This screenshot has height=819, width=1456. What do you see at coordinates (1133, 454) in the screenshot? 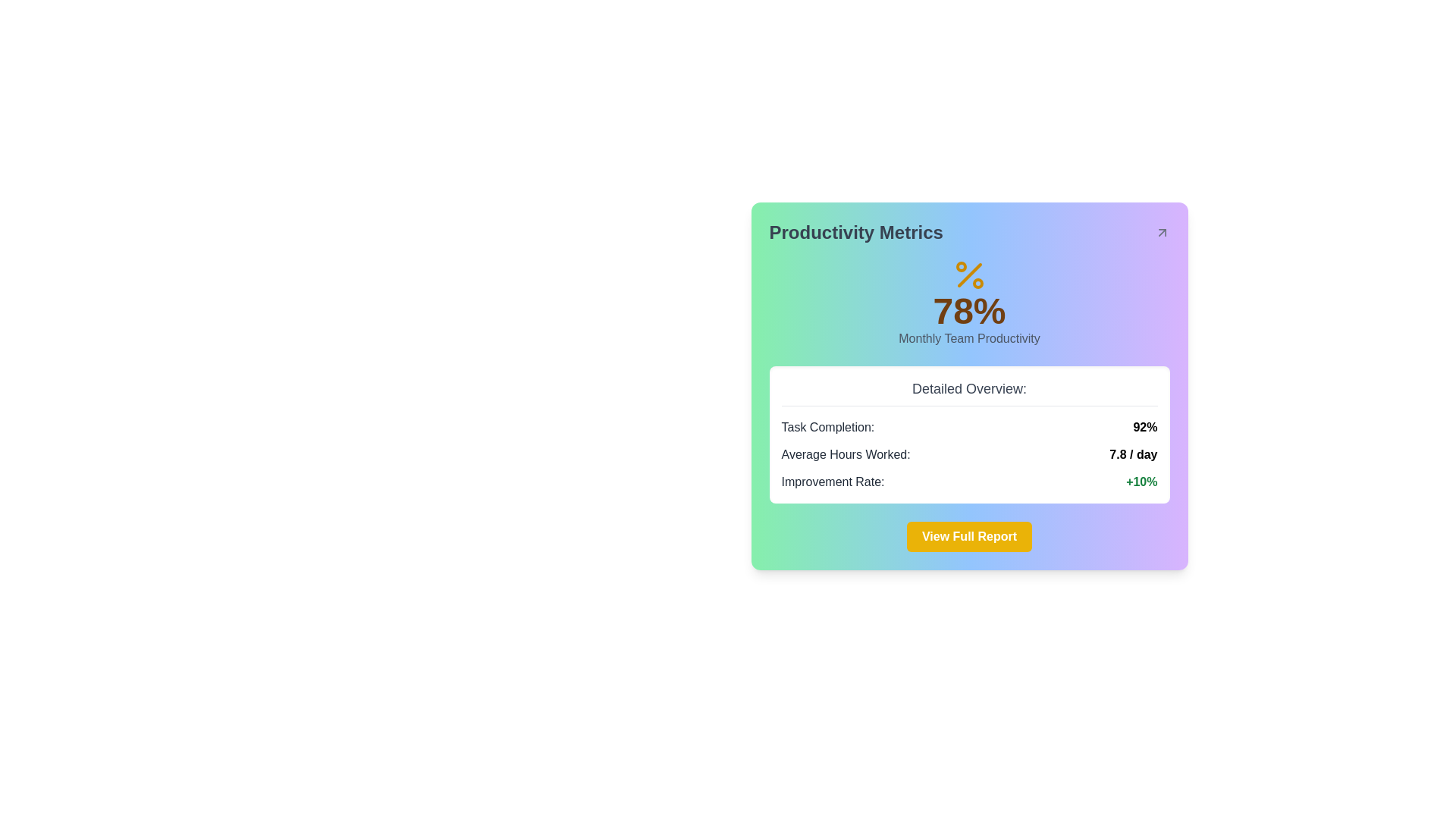
I see `the static text displaying '7.8 / day', which is located to the right of 'Average Hours Worked:' in the 'Detailed Overview' panel` at bounding box center [1133, 454].